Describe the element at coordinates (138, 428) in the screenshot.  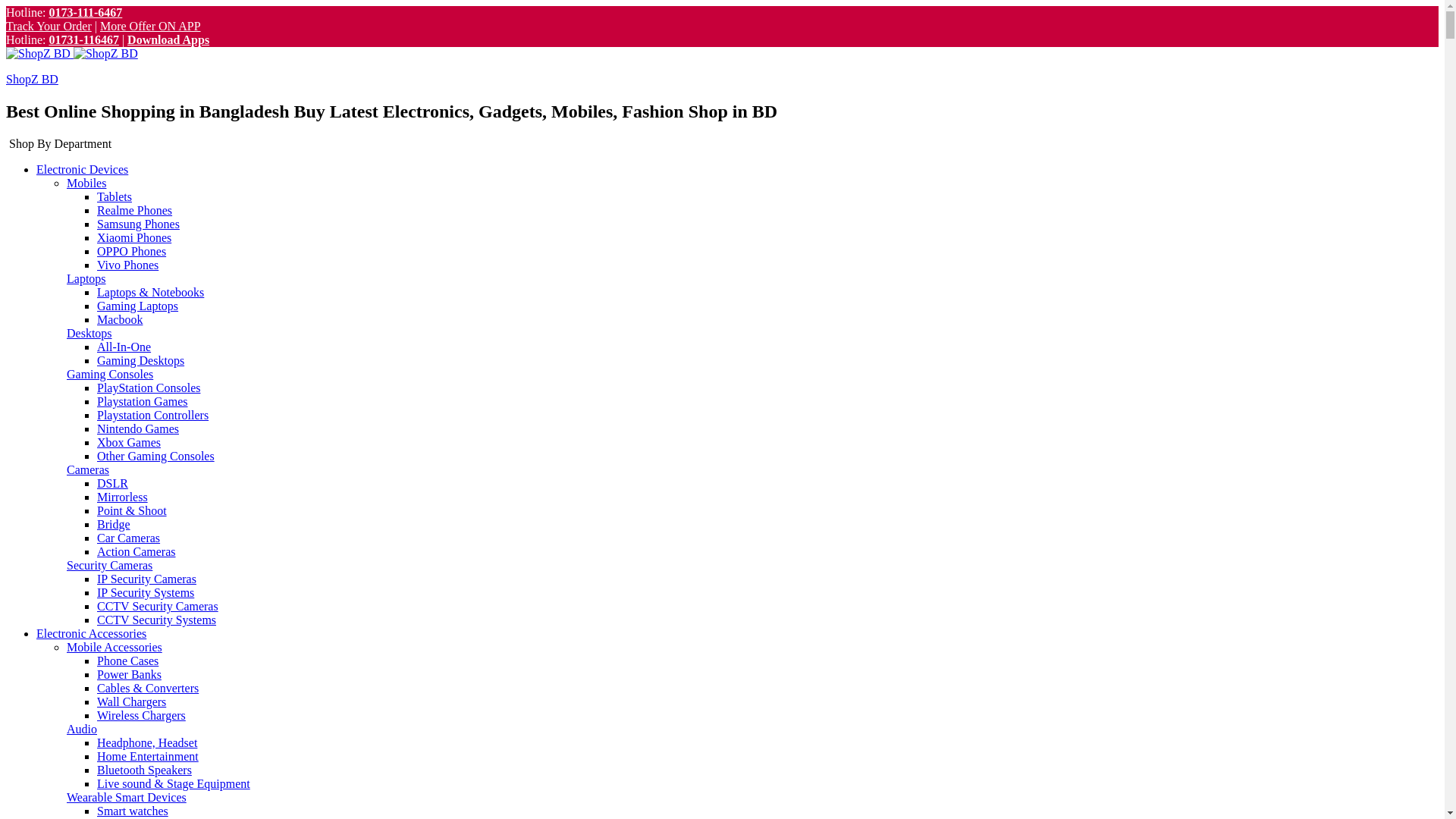
I see `'Nintendo Games'` at that location.